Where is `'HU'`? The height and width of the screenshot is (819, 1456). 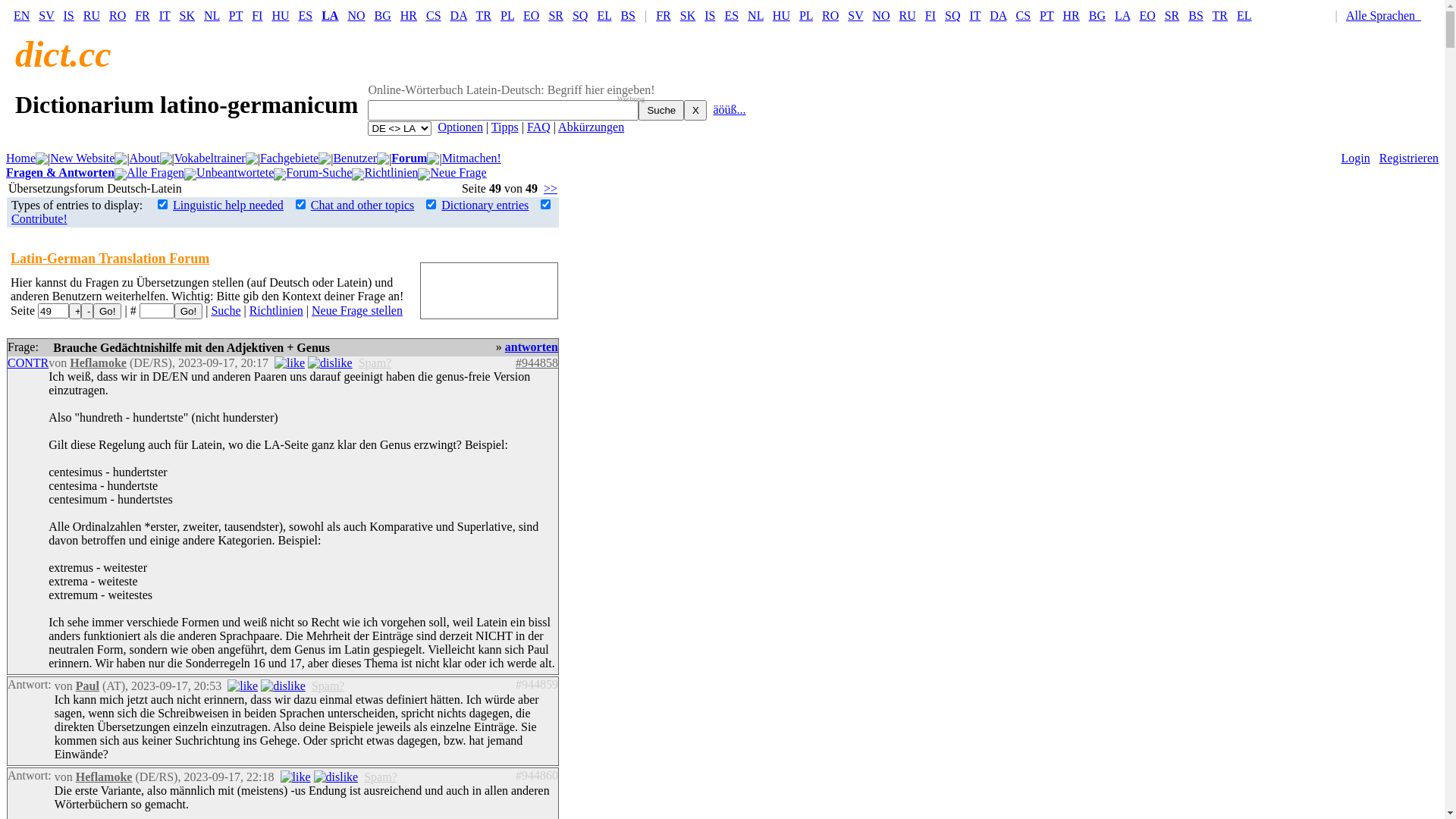
'HU' is located at coordinates (781, 15).